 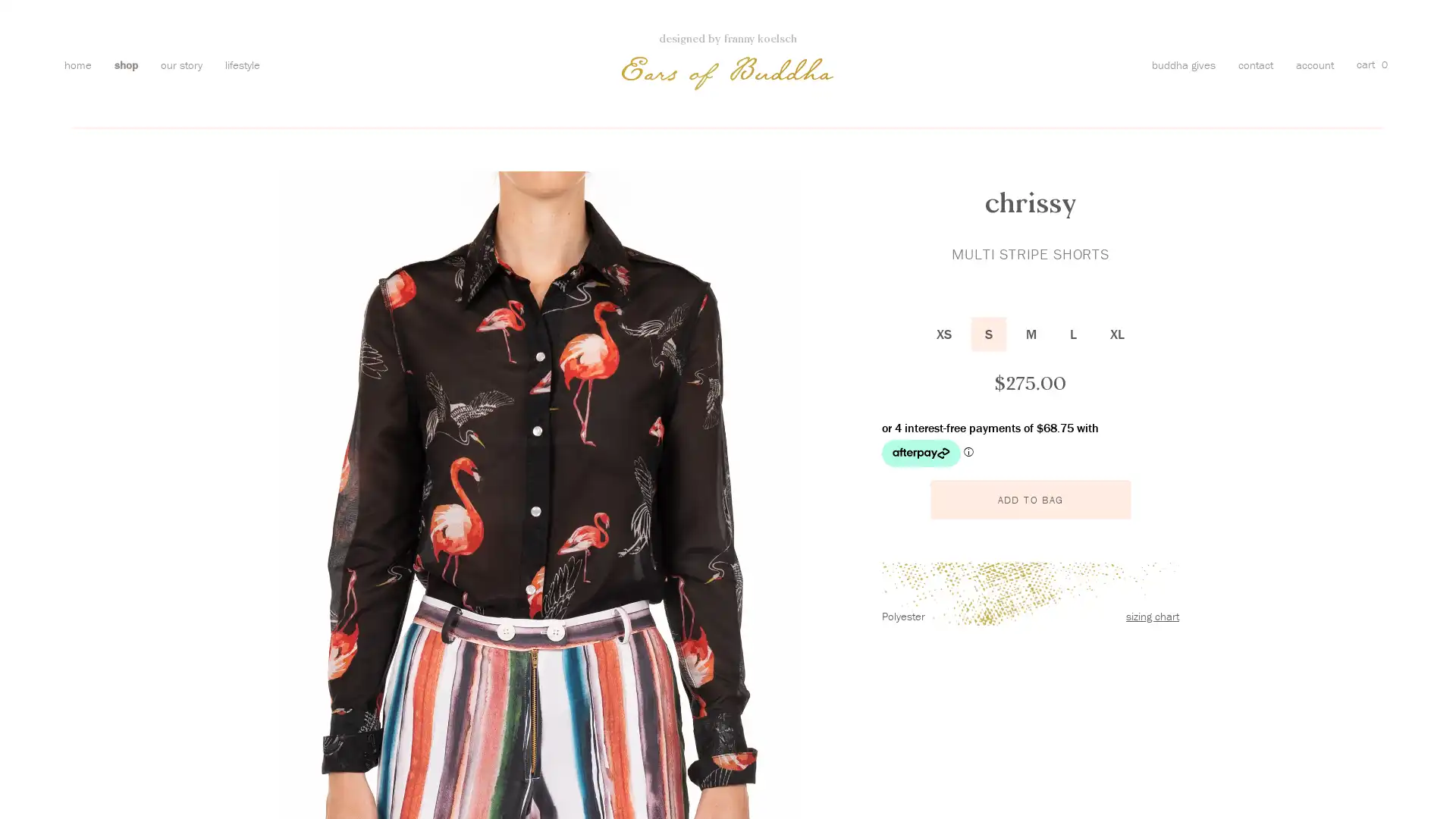 I want to click on Afterpay Information - Opens a dialog, so click(x=968, y=455).